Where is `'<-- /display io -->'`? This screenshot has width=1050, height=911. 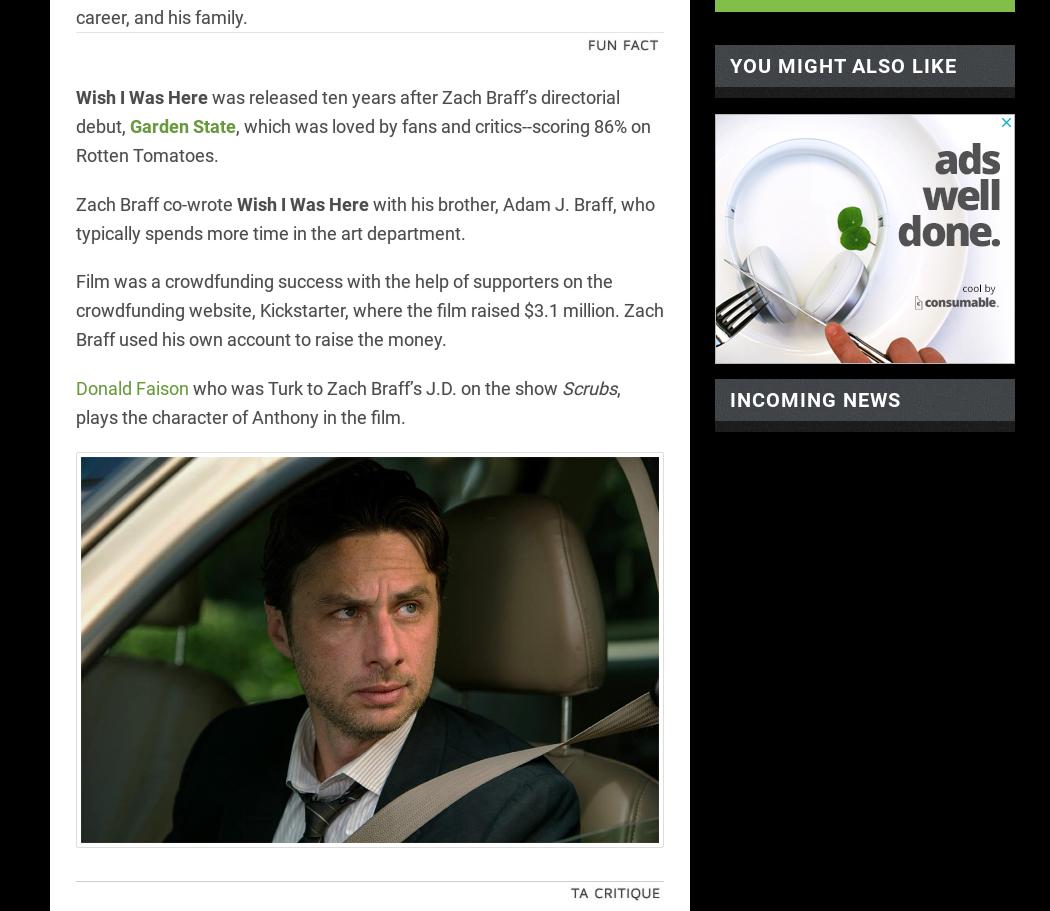
'<-- /display io -->' is located at coordinates (826, 35).